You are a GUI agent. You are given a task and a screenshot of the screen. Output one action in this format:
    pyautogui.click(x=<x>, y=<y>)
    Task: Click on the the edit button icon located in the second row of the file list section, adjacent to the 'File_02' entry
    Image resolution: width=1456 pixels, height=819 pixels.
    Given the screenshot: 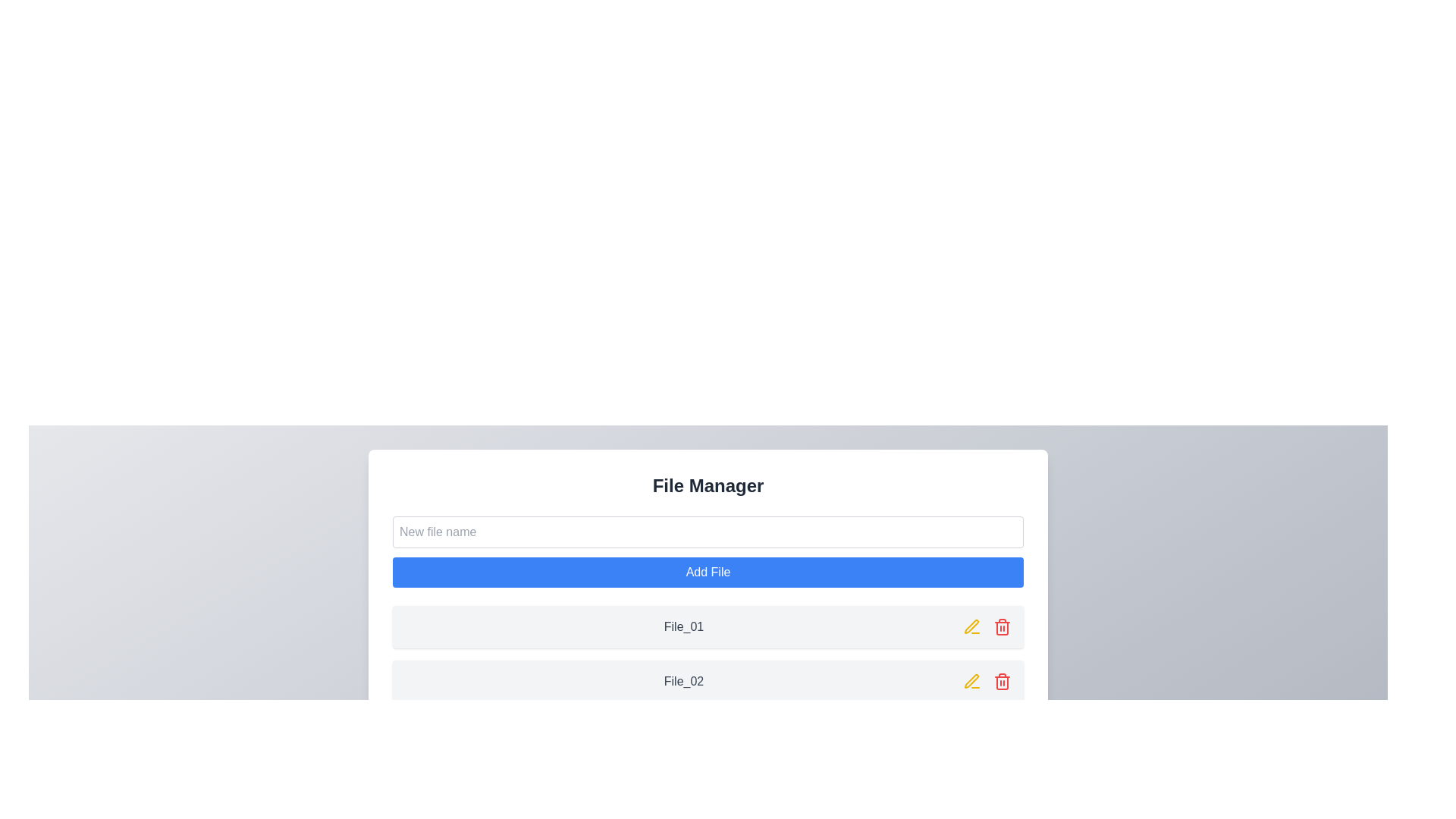 What is the action you would take?
    pyautogui.click(x=971, y=626)
    